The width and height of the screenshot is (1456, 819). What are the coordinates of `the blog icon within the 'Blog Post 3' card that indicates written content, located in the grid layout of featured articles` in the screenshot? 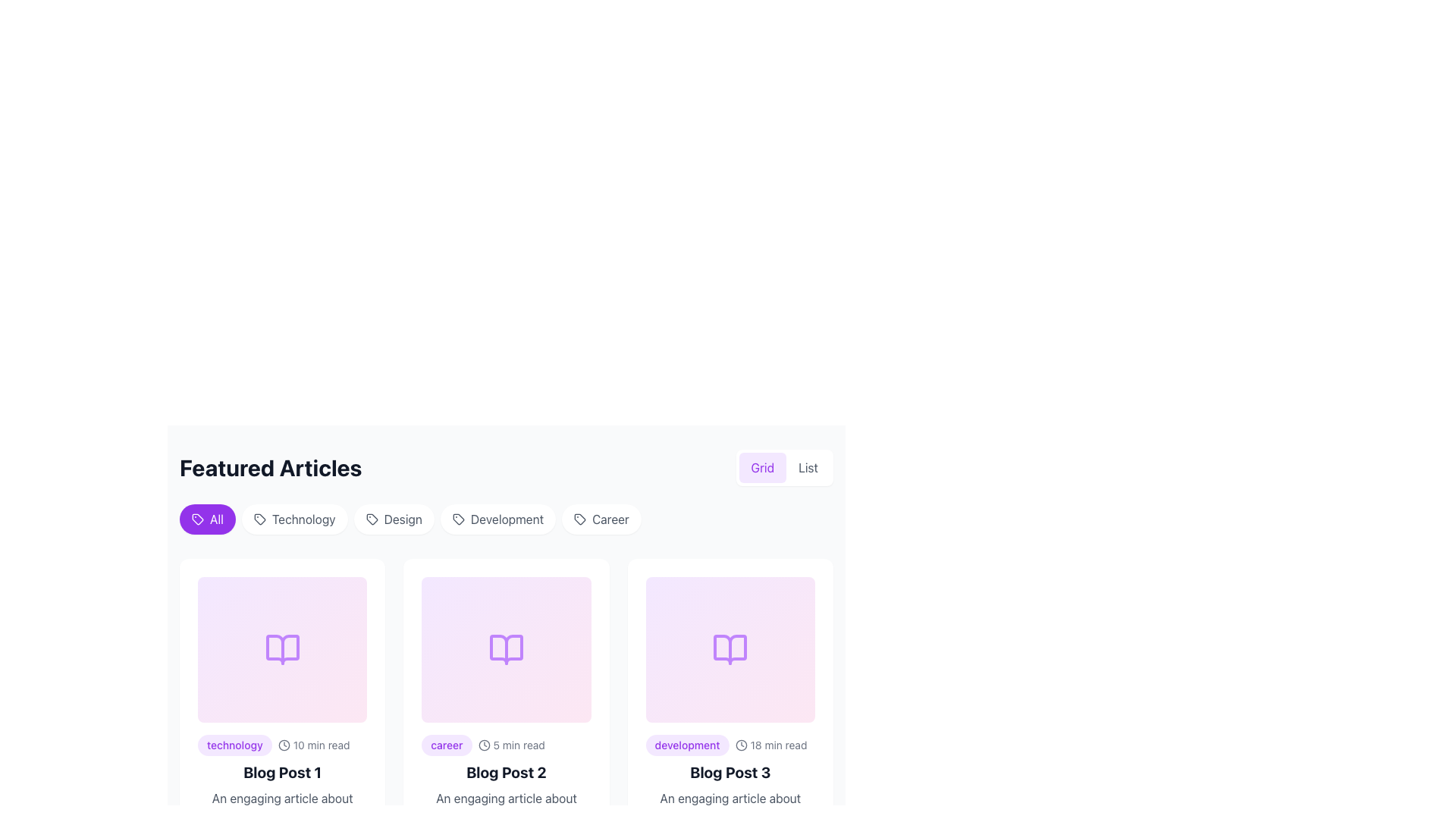 It's located at (730, 648).